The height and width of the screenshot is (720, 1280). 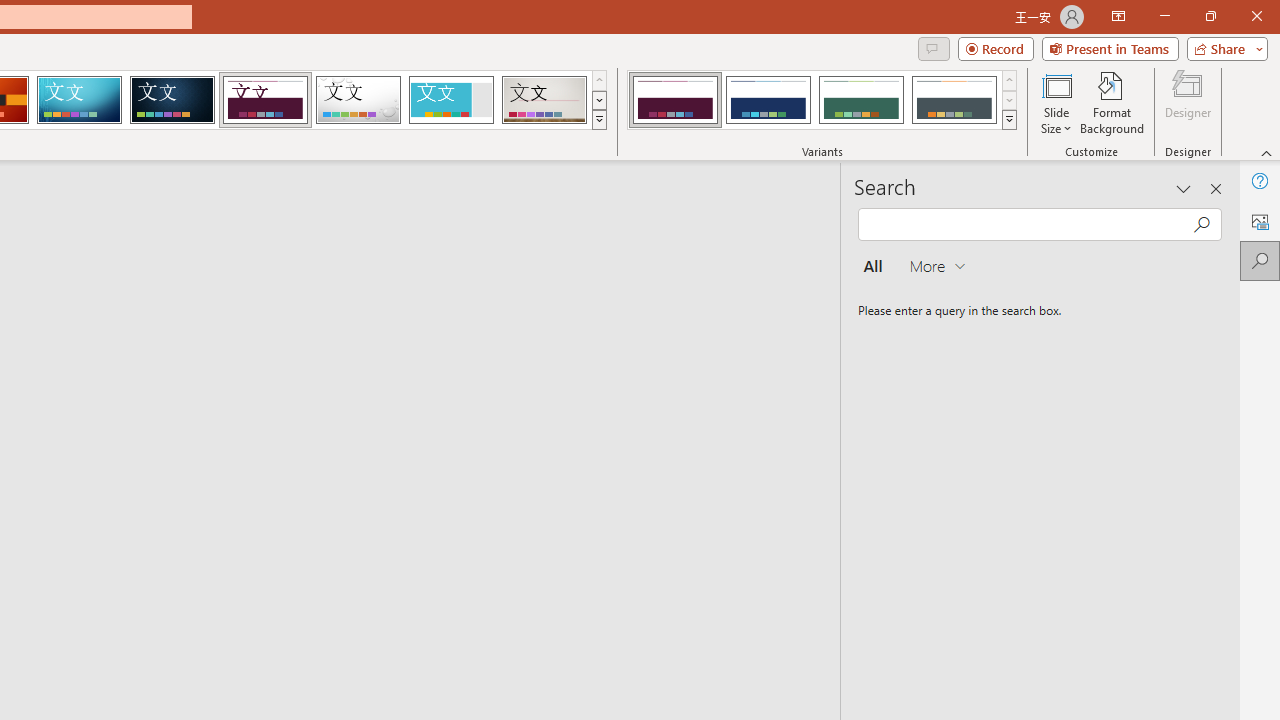 I want to click on 'Droplet', so click(x=358, y=100).